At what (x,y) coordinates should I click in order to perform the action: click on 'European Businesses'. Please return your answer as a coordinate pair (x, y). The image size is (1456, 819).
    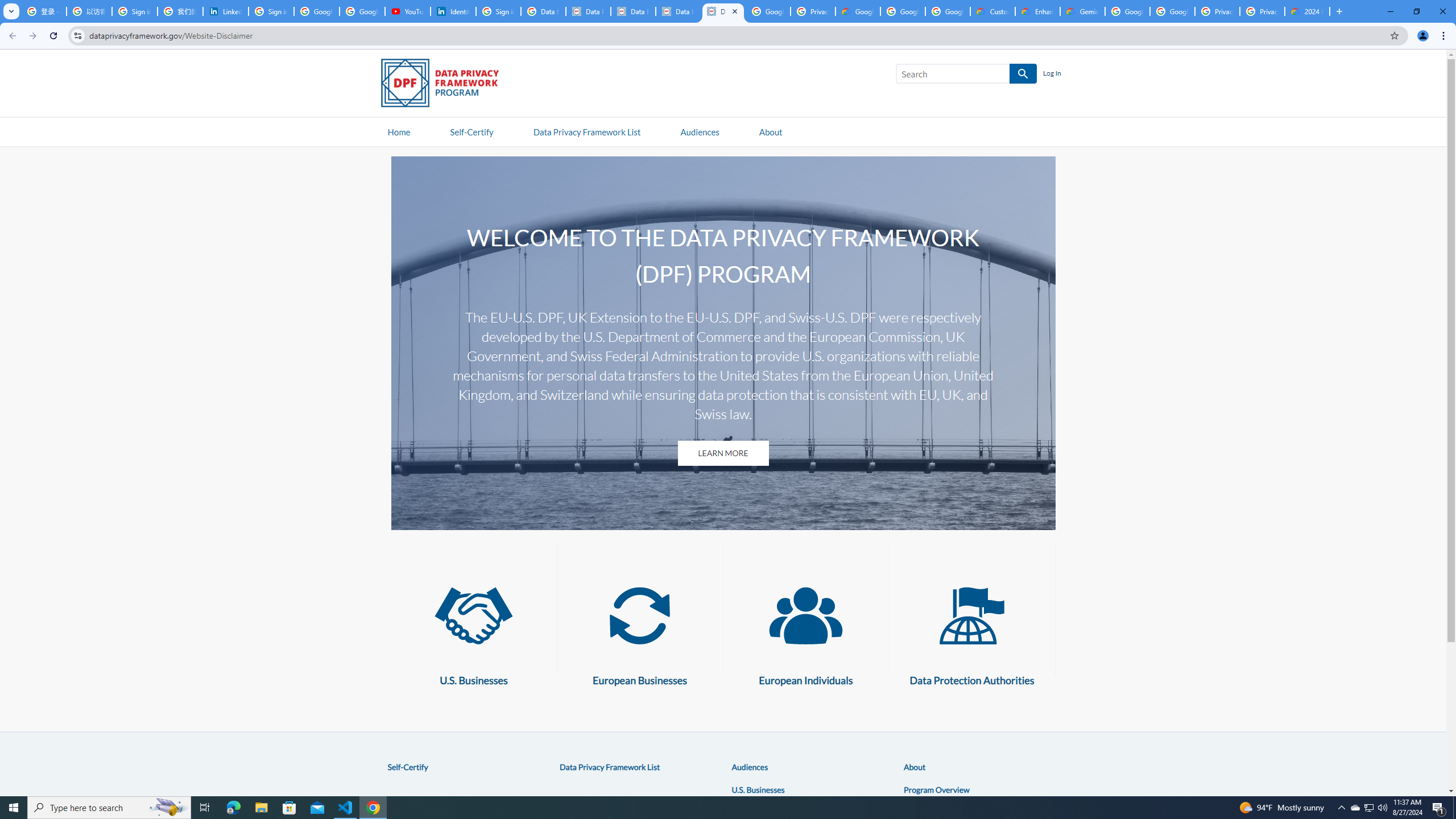
    Looking at the image, I should click on (640, 615).